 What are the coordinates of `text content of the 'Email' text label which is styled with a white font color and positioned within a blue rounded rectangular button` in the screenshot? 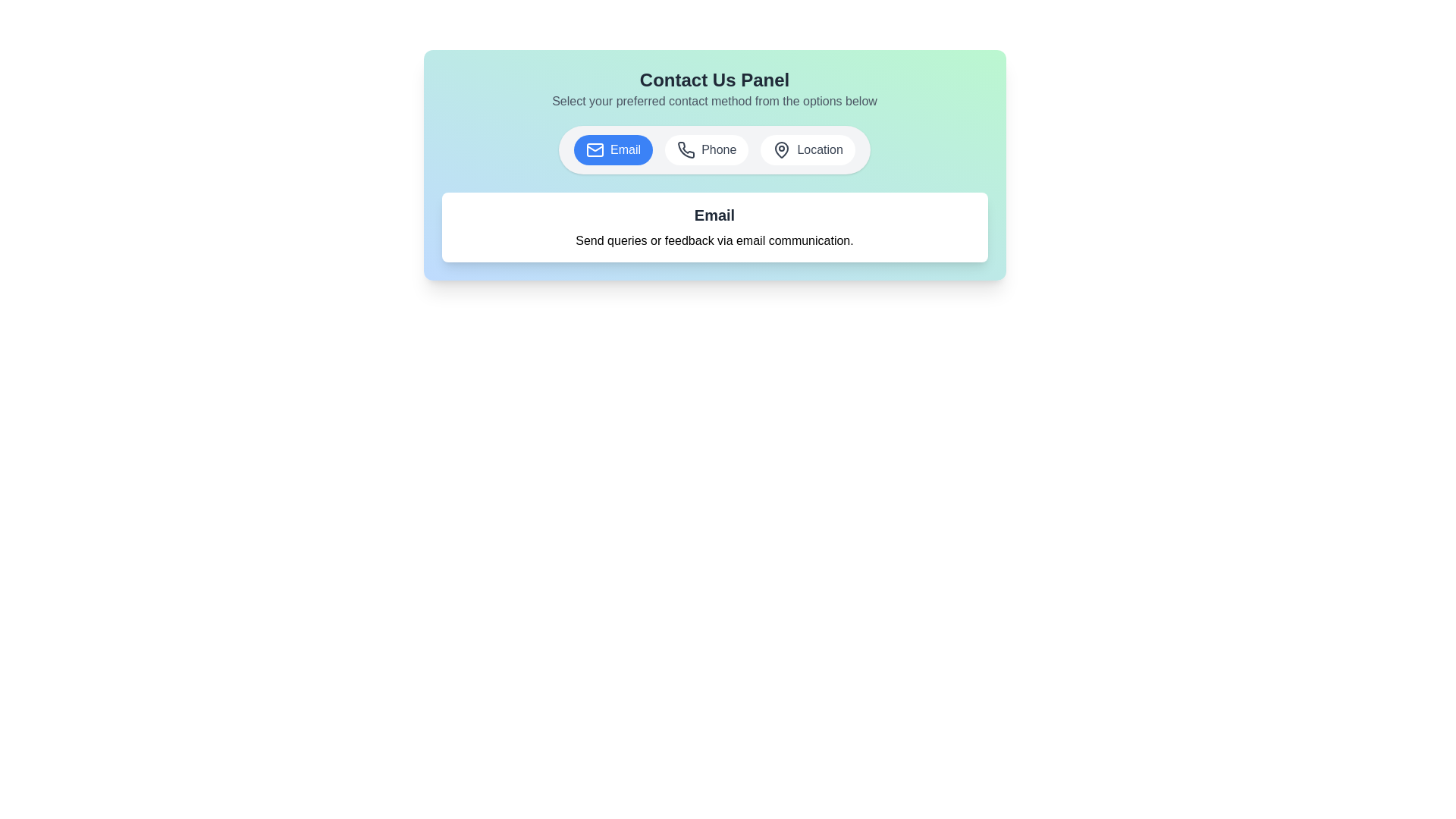 It's located at (626, 149).